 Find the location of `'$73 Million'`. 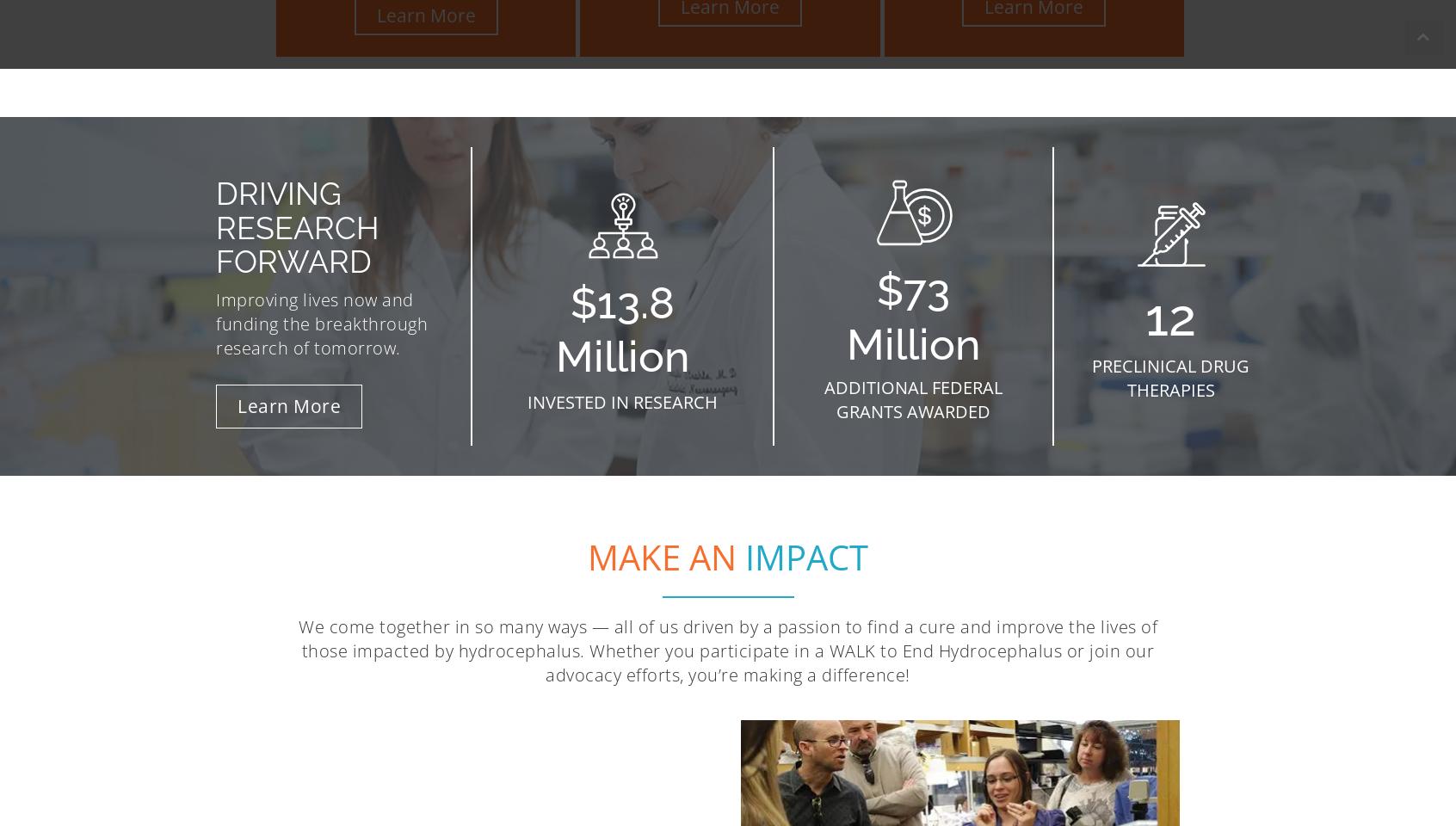

'$73 Million' is located at coordinates (846, 316).